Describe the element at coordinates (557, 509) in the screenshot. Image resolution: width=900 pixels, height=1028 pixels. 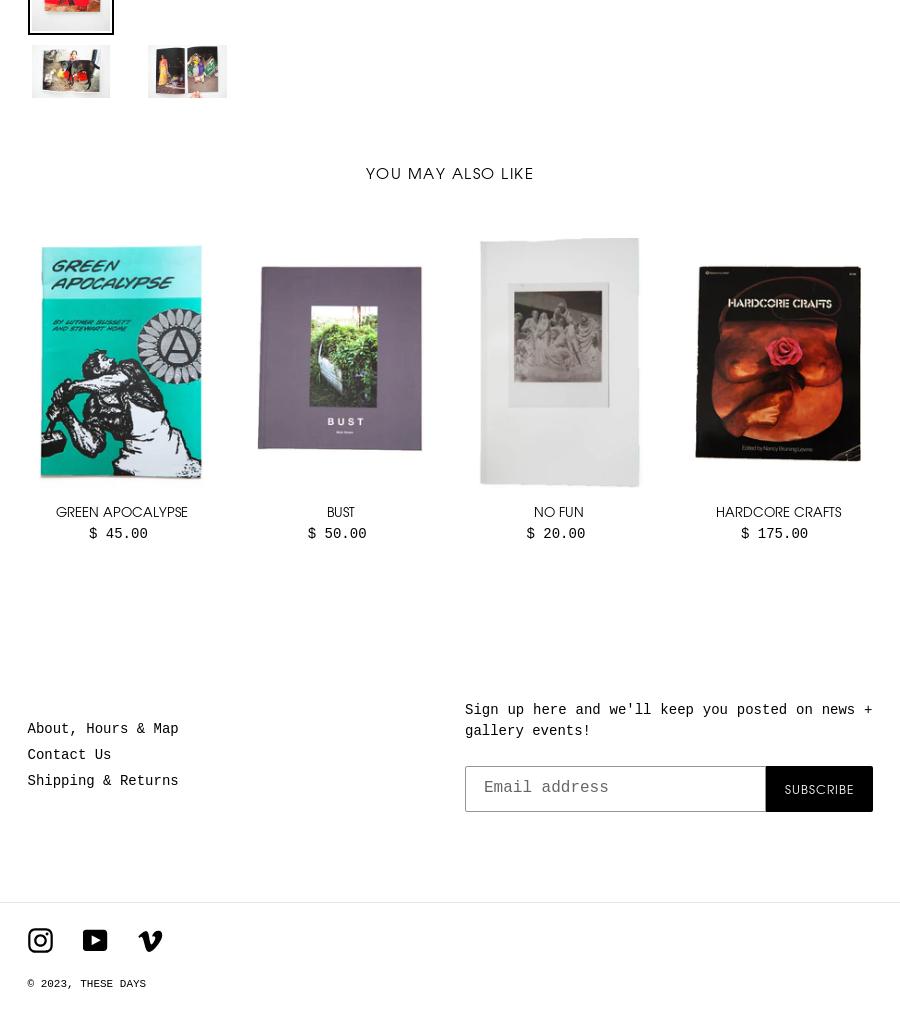
I see `'NO FUN'` at that location.